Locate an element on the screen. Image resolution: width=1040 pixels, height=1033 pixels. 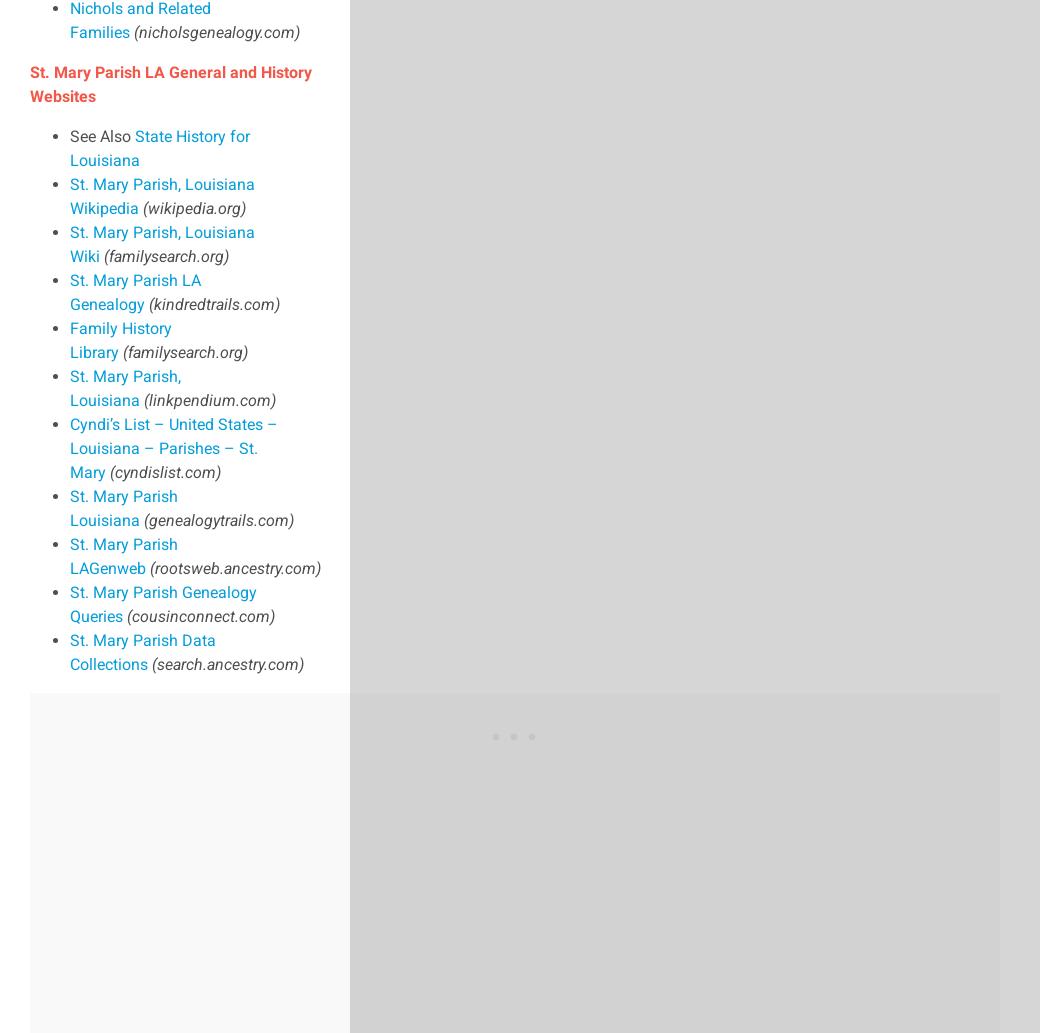
'St. Mary Parish LA Genealogy' is located at coordinates (135, 290).